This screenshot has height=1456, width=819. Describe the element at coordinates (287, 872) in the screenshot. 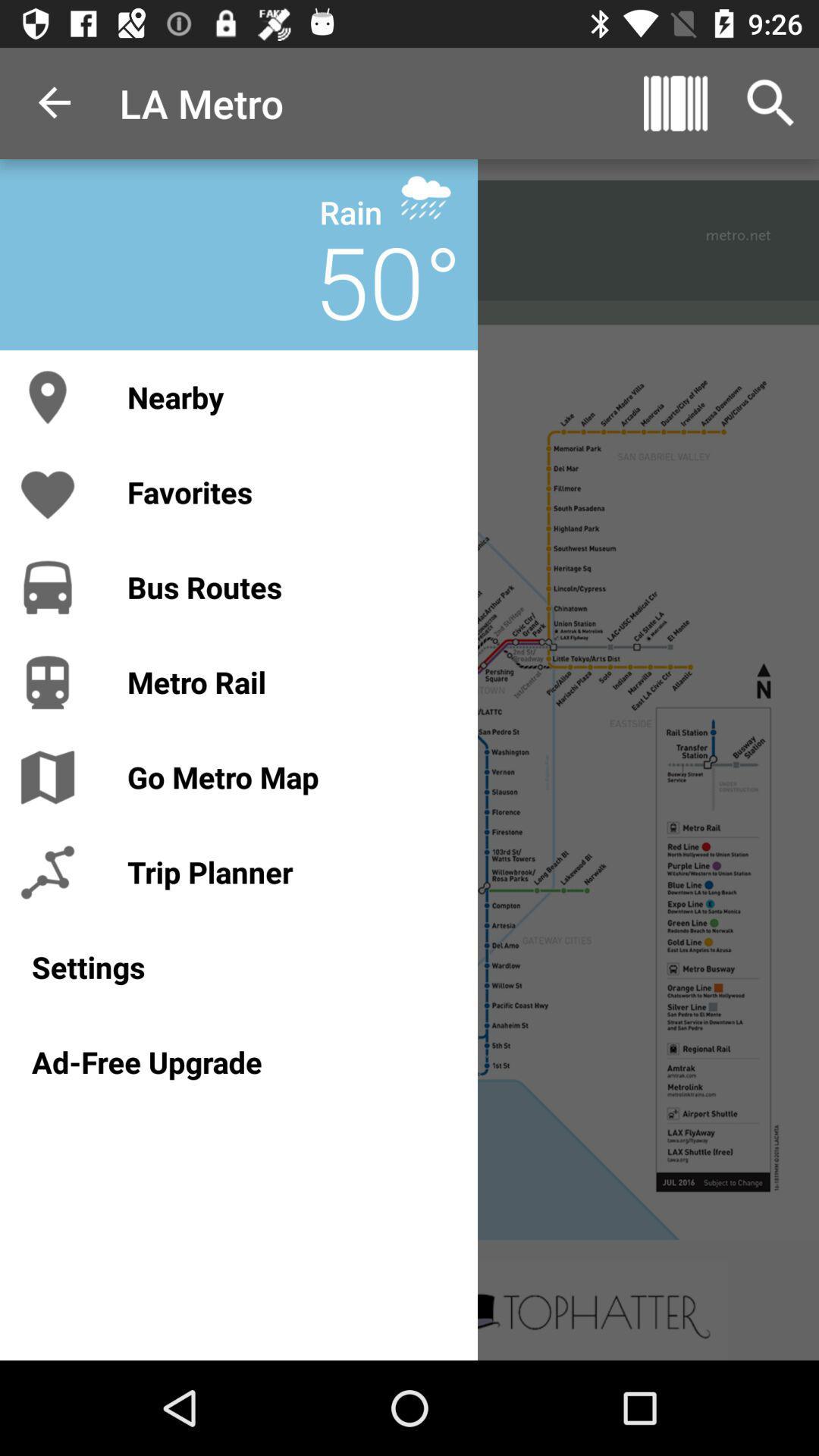

I see `trip planner item` at that location.